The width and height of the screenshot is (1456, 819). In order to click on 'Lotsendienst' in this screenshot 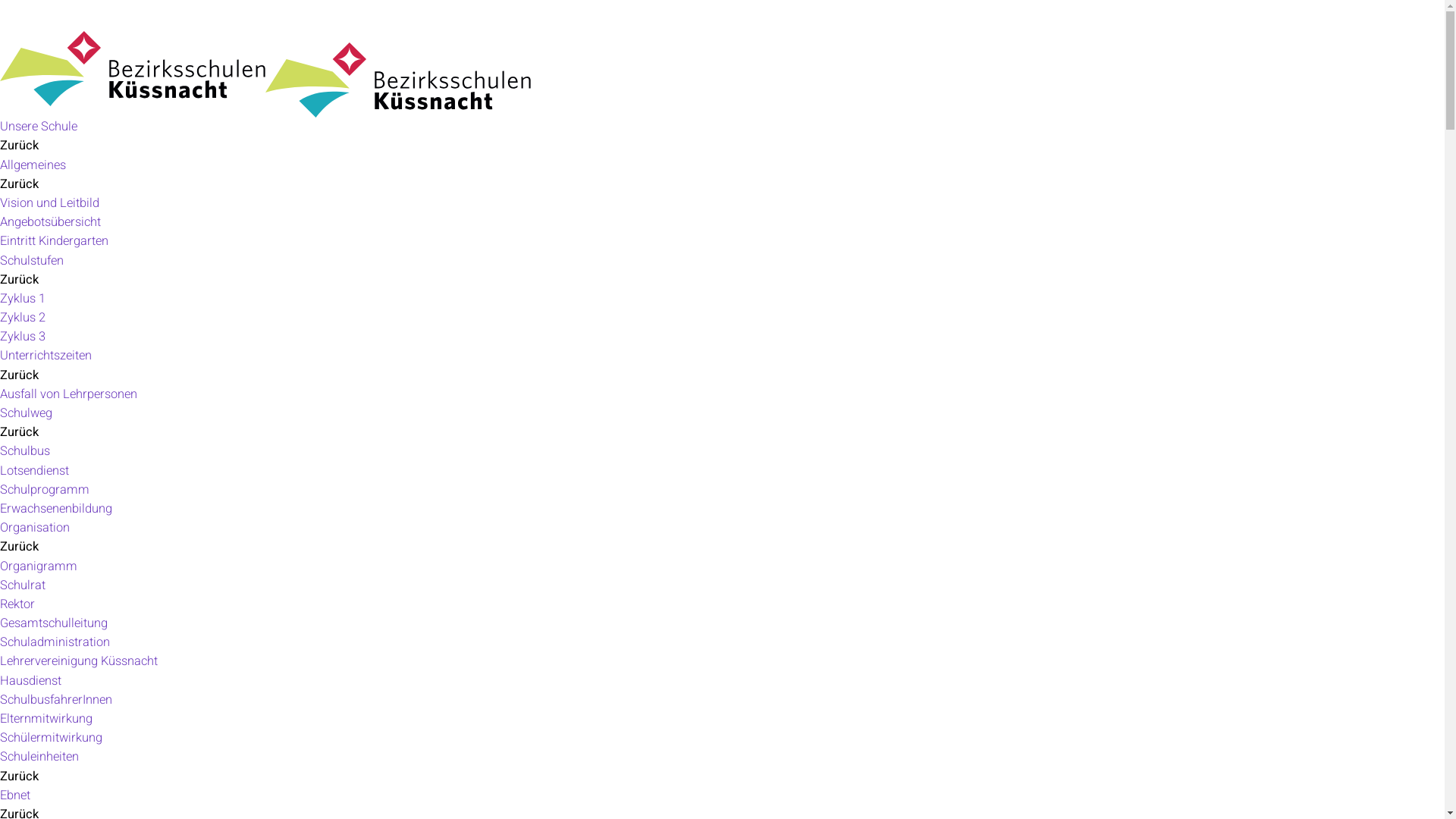, I will do `click(34, 470)`.